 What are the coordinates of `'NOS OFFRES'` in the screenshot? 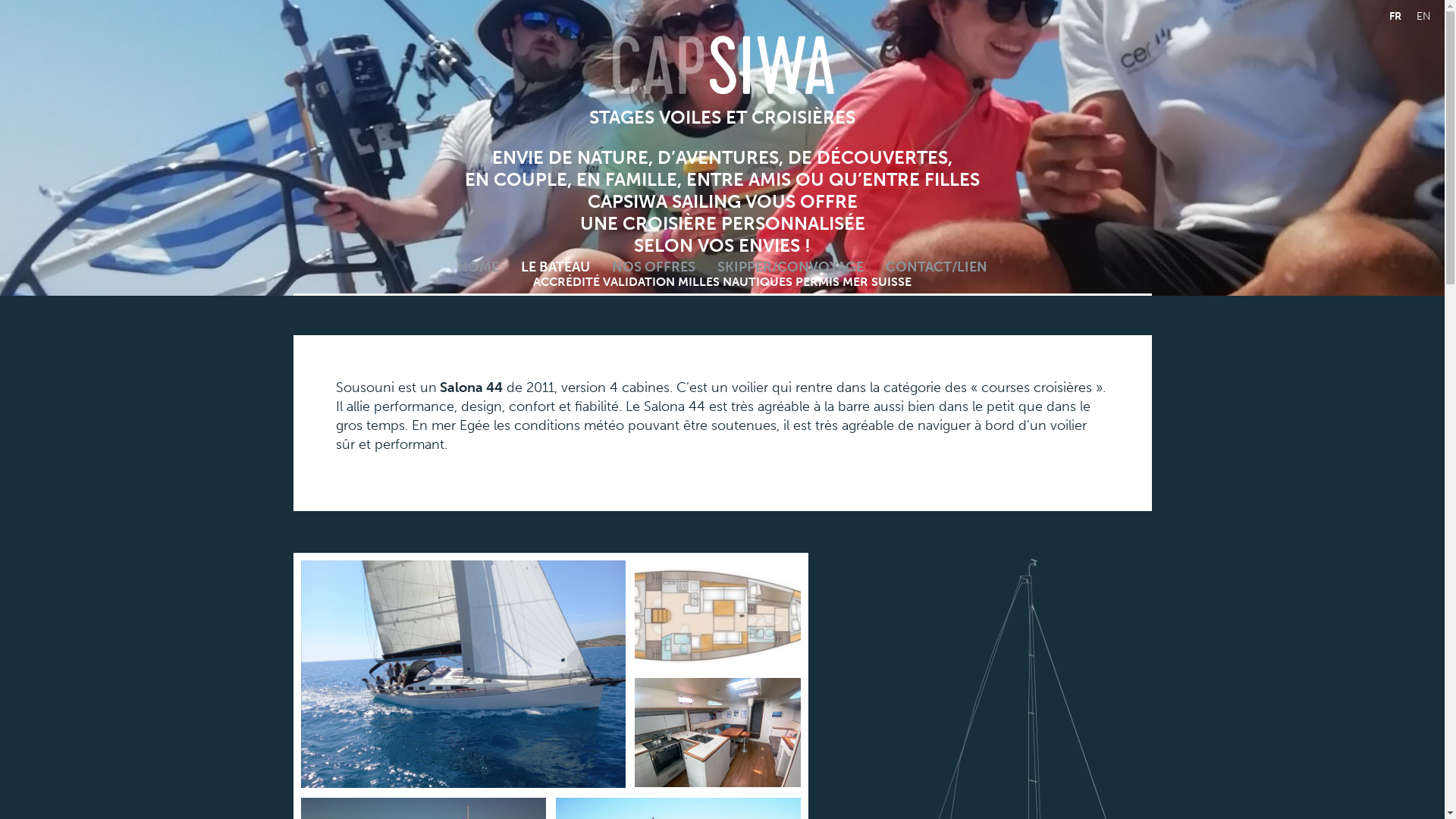 It's located at (654, 266).